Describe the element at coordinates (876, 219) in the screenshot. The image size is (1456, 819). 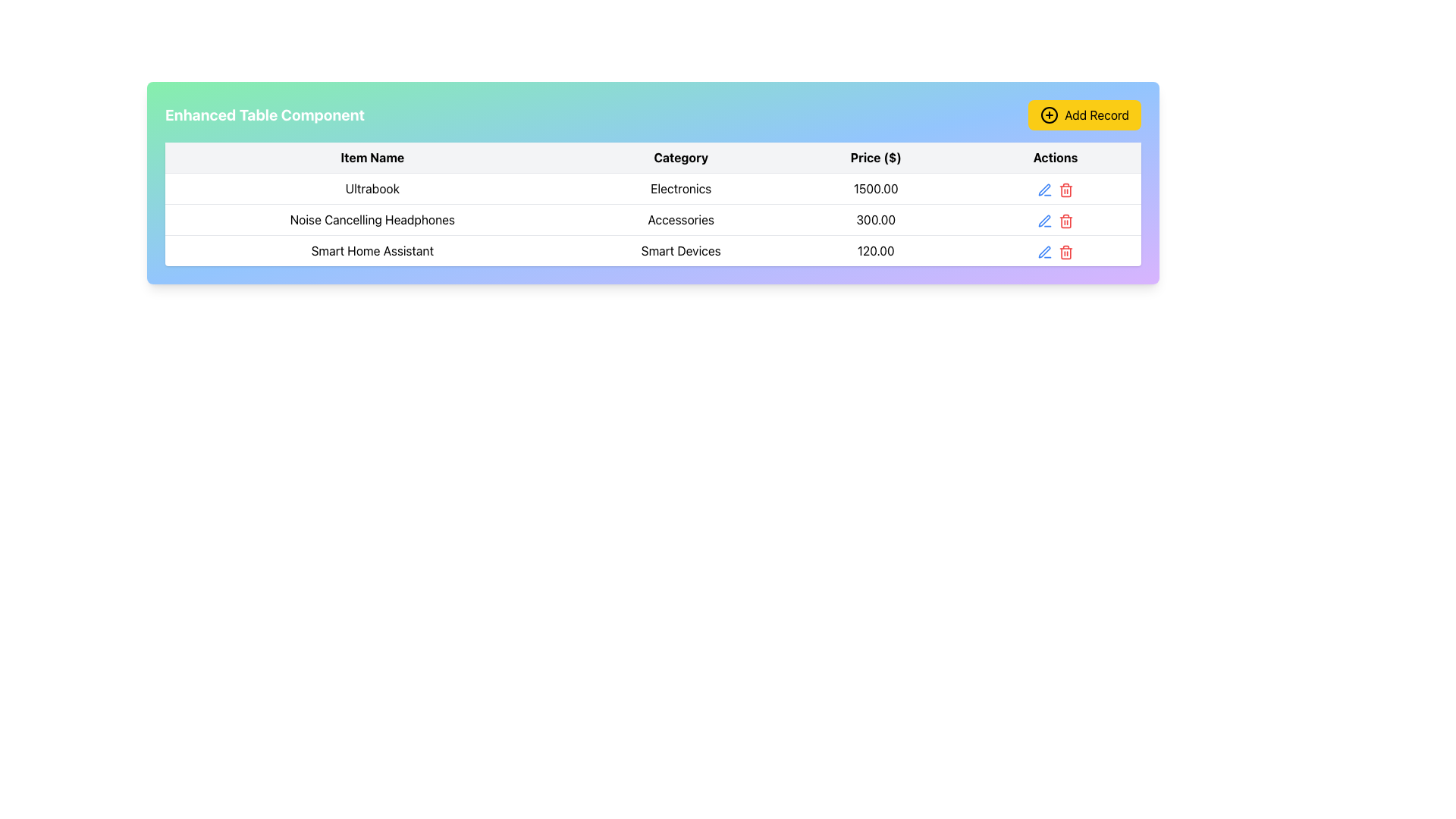
I see `the text element displaying the value '300.00' in the 'Price ($)' column of the tabular interface, which corresponds to the item 'Noise Cancelling Headphones'` at that location.